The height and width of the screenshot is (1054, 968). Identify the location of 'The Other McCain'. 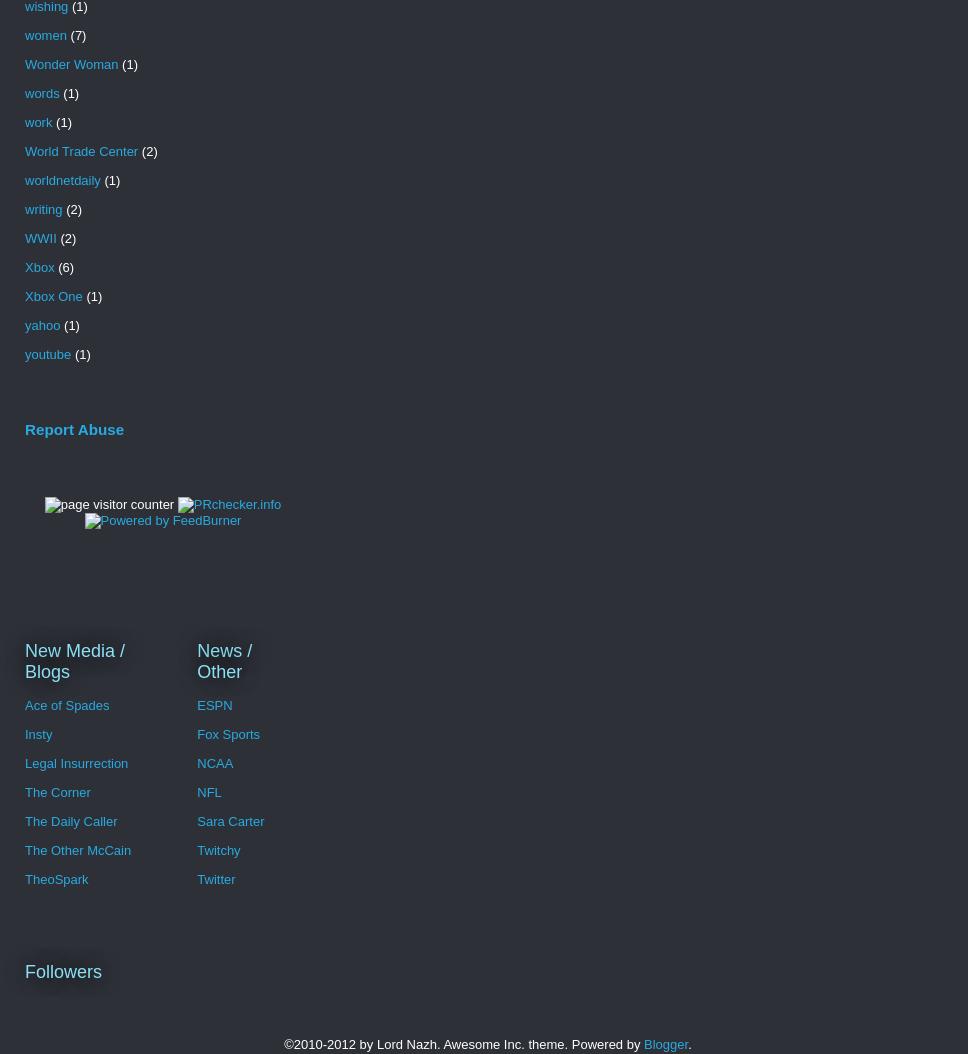
(77, 850).